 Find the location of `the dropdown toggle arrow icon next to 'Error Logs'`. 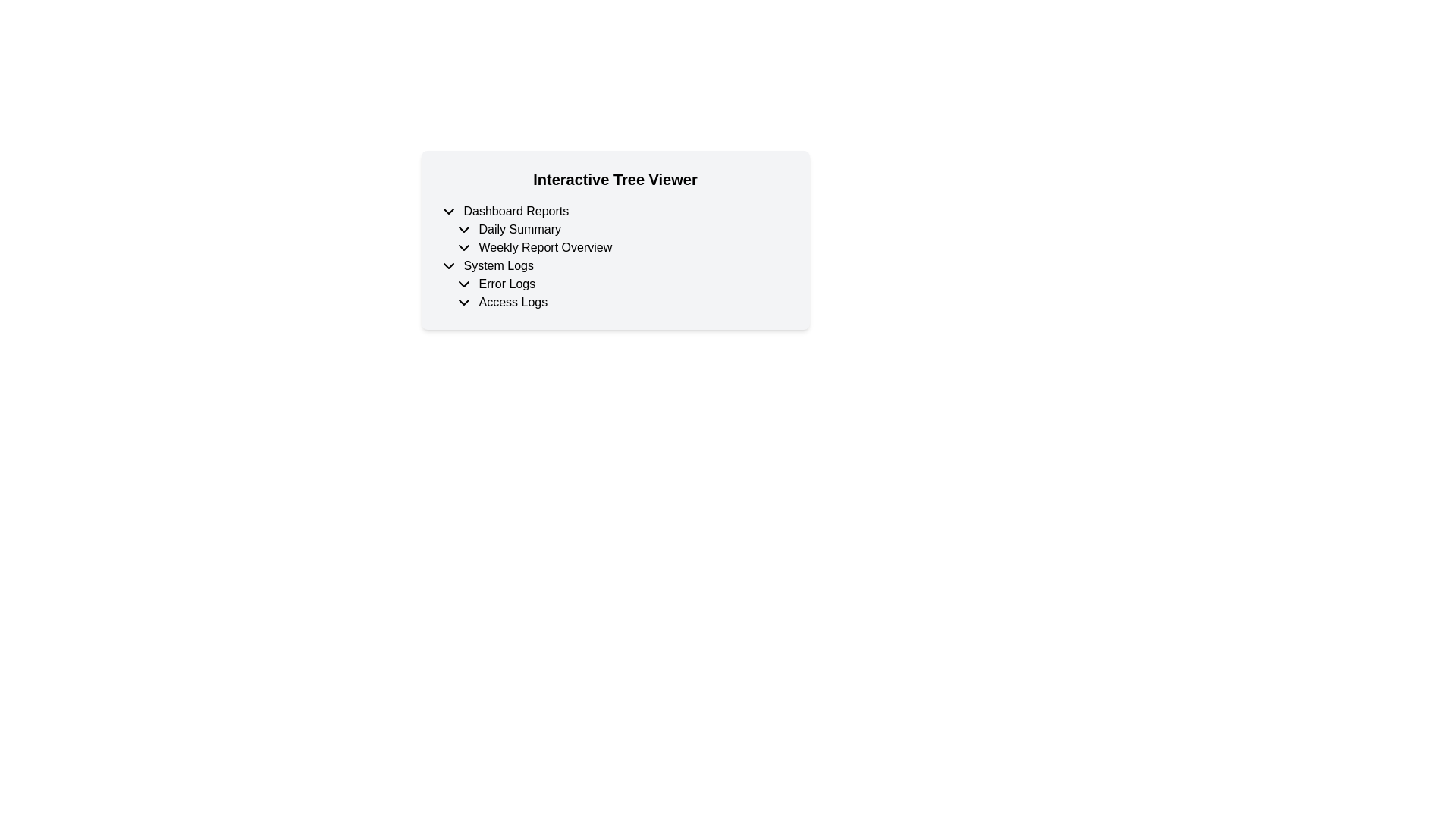

the dropdown toggle arrow icon next to 'Error Logs' is located at coordinates (463, 284).